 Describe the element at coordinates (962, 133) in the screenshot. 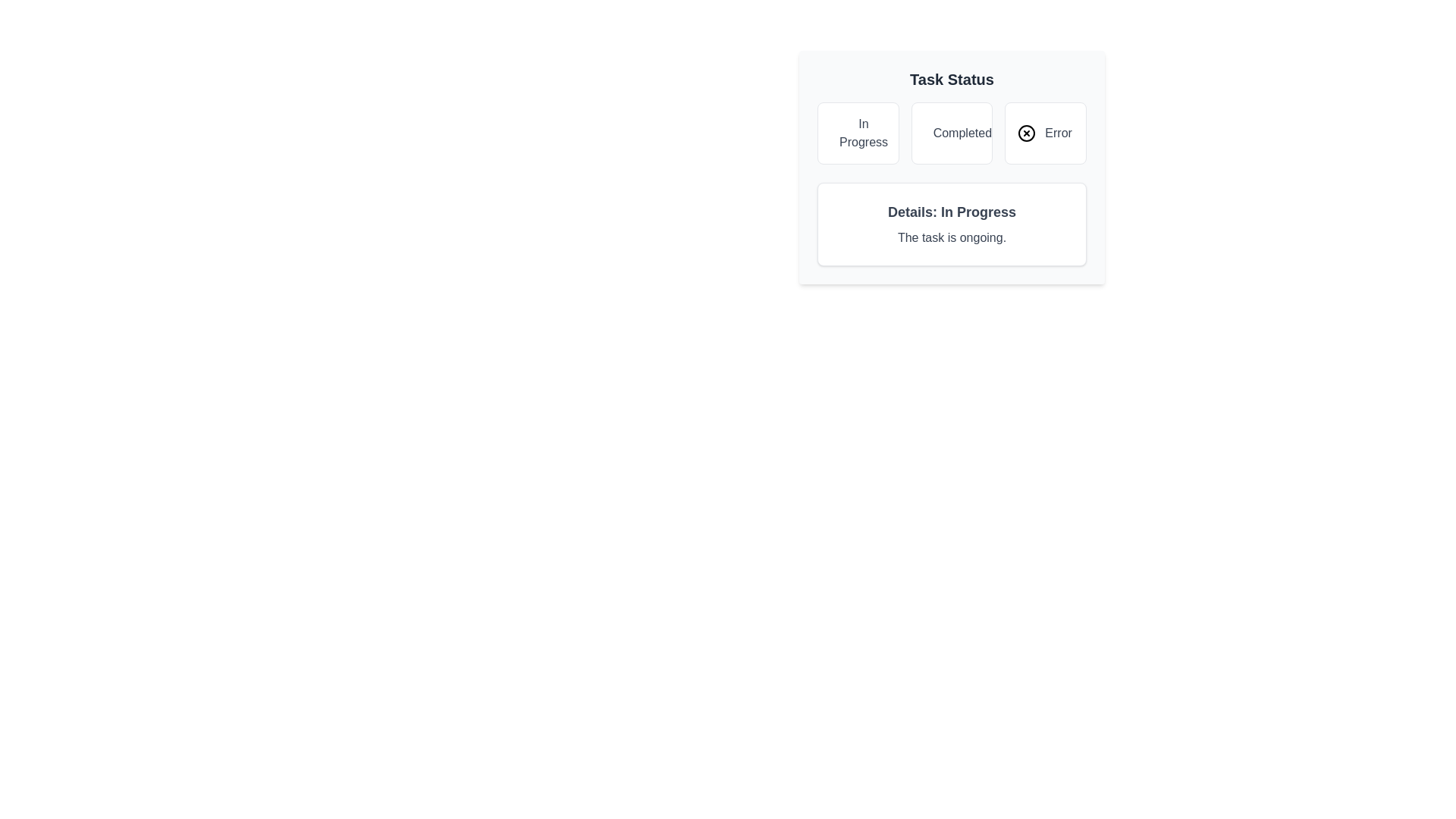

I see `the static textual label that displays the status 'Completed', which is styled with a medium-sized gray font and is centrally located within a card-like structure` at that location.